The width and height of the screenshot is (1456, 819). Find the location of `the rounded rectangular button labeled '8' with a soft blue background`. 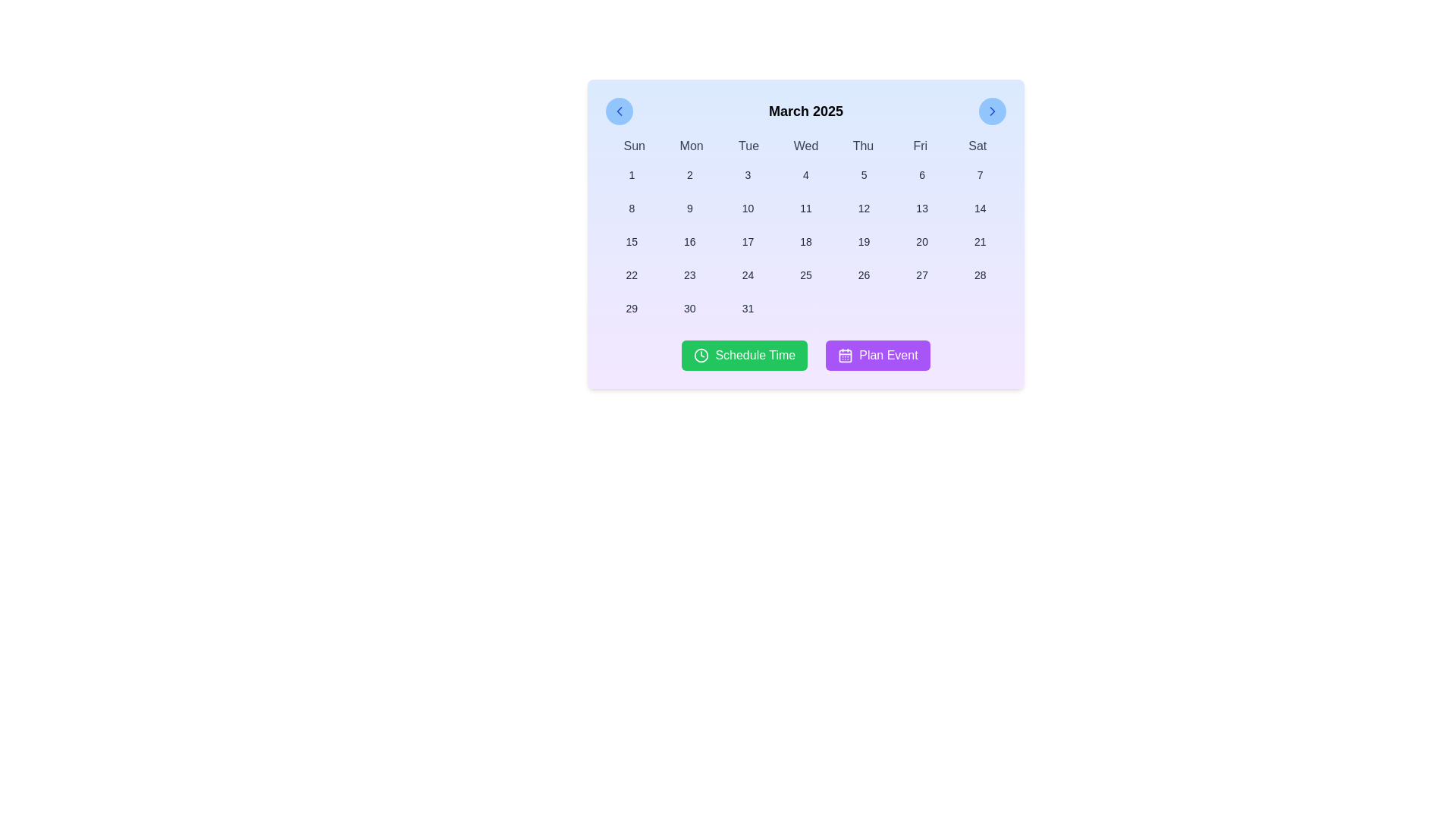

the rounded rectangular button labeled '8' with a soft blue background is located at coordinates (632, 208).